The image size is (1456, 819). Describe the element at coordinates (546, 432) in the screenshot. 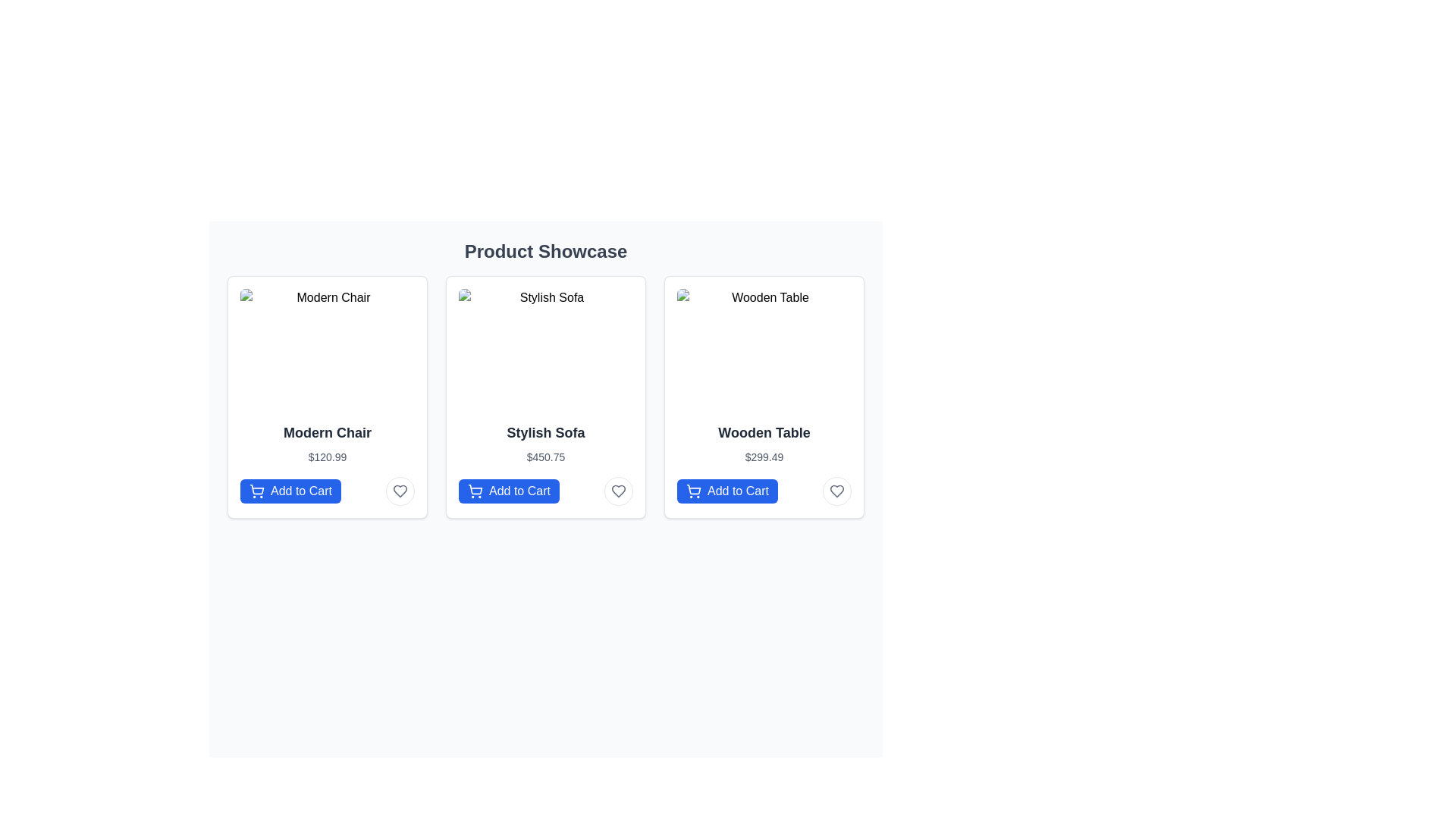

I see `product title 'Stylish Sofa' which is styled with a bold font in a dark color and is positioned centrally in the second card of a product showcase, above the price label and below the sofa image` at that location.